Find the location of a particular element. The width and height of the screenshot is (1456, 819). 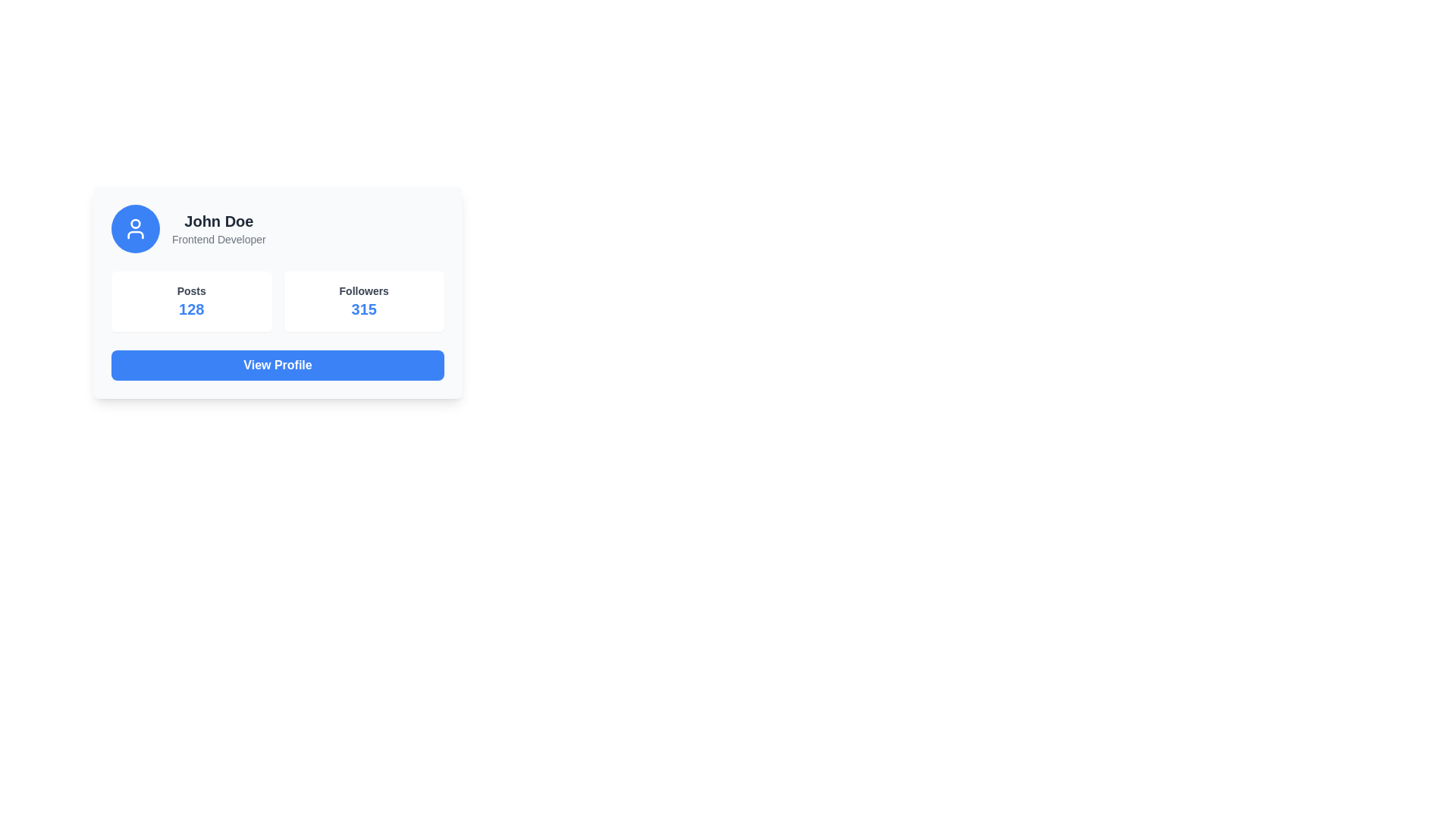

the text block displaying 'John Doe' and 'Frontend Developer', which is located to the right of a circular icon in the top section of the card is located at coordinates (218, 228).